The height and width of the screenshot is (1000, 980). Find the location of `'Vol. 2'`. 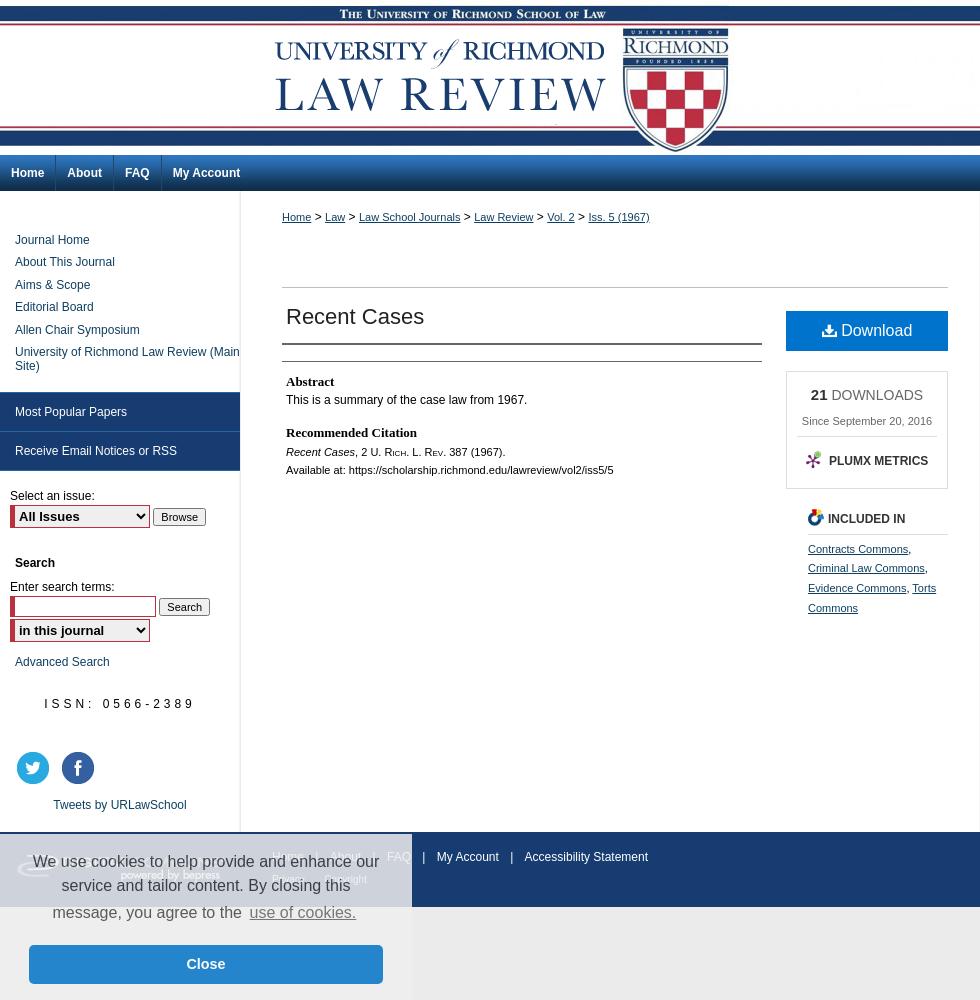

'Vol. 2' is located at coordinates (560, 216).